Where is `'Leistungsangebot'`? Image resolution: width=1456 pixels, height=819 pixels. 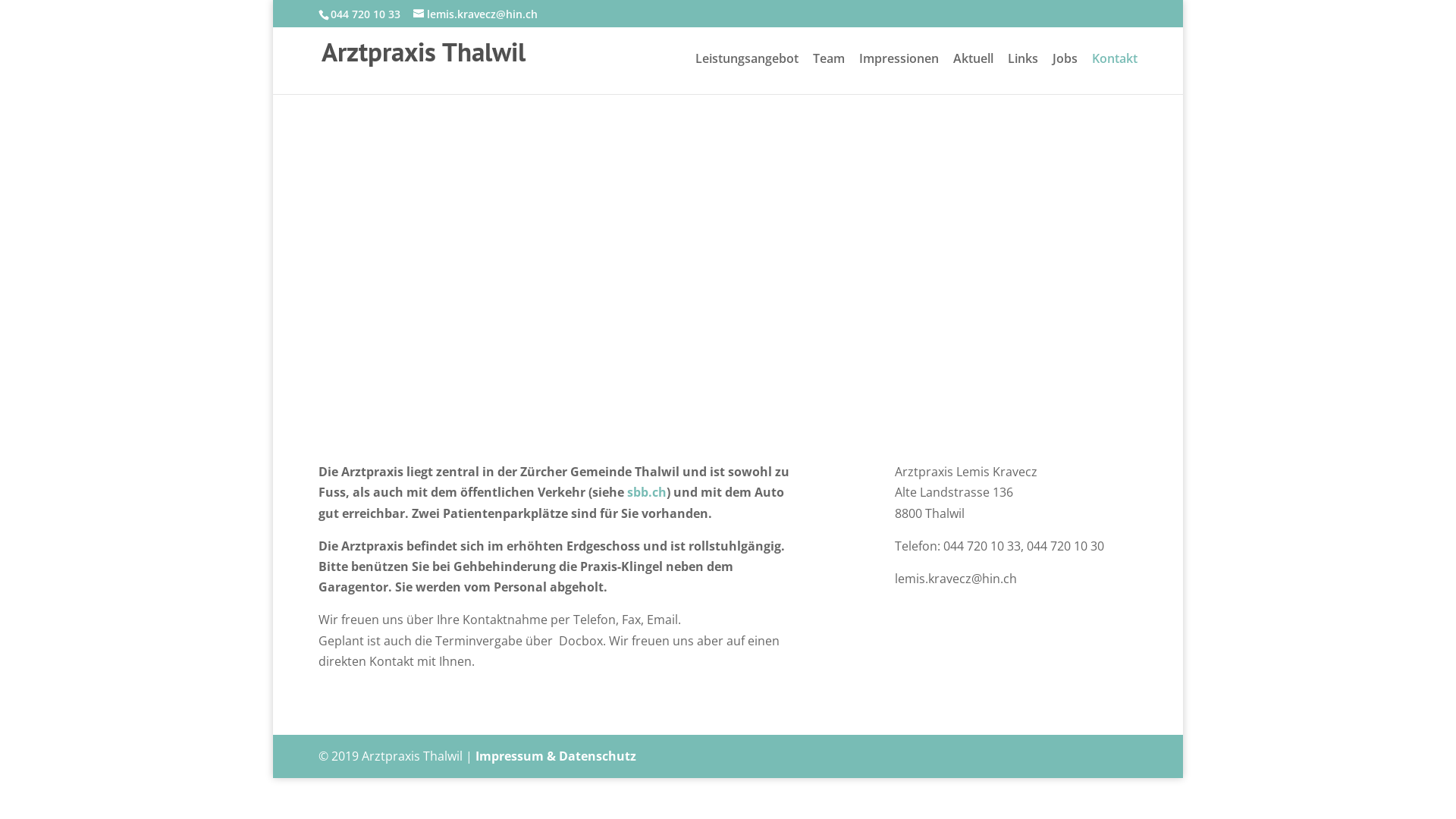
'Leistungsangebot' is located at coordinates (746, 73).